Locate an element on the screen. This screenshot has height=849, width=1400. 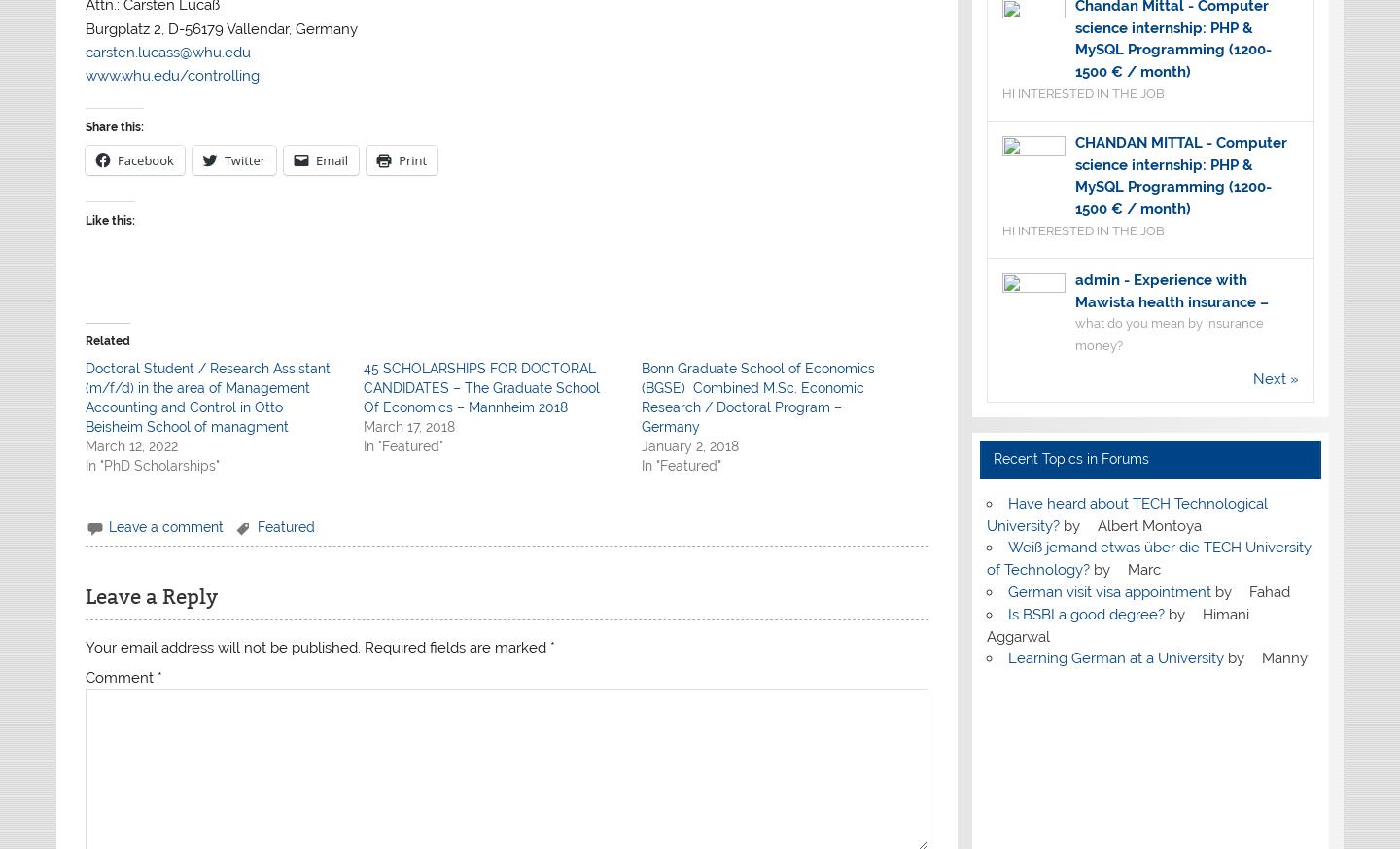
'Burgplatz 2, D-56179 Vallendar, Germany' is located at coordinates (220, 26).